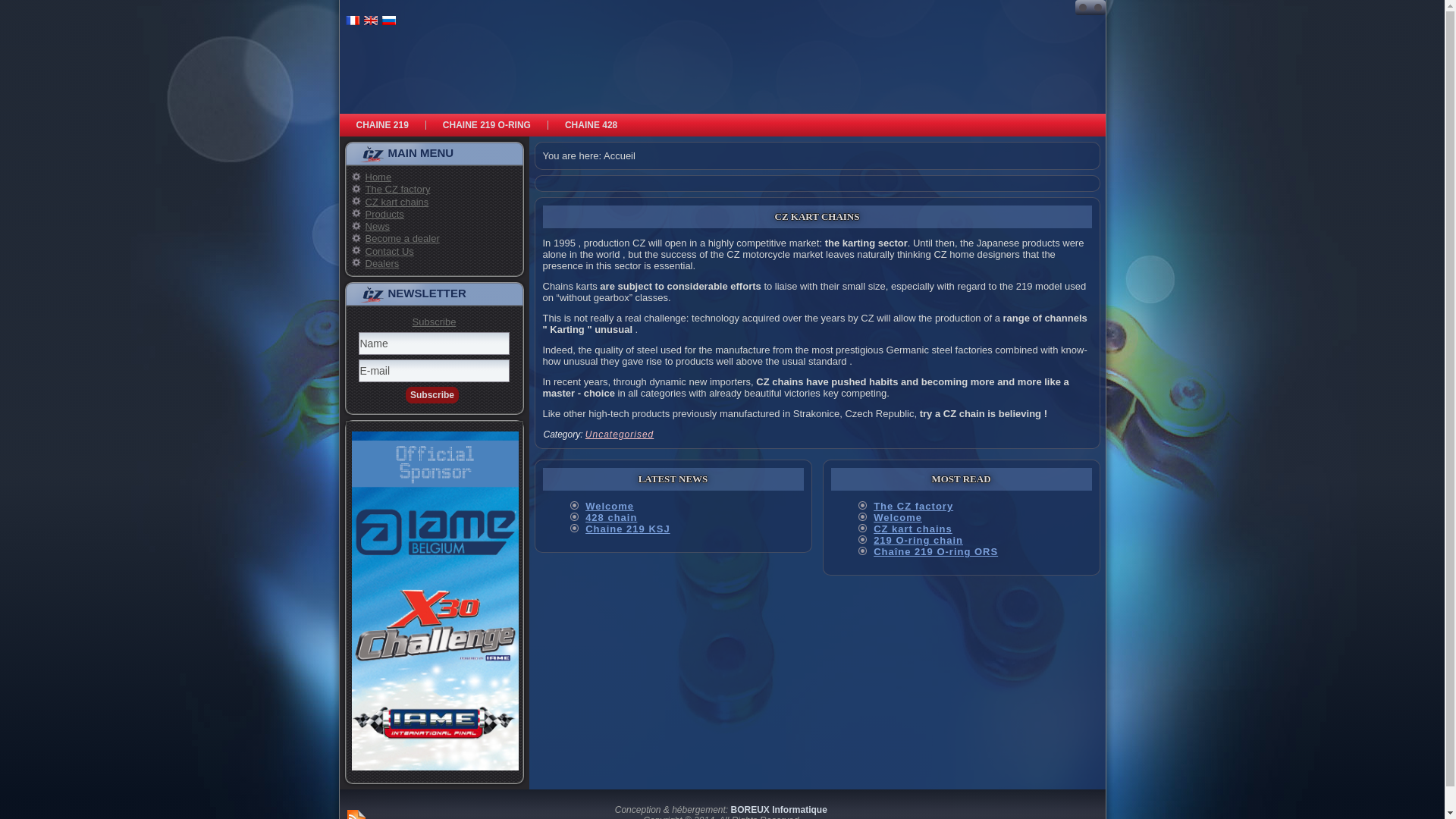 This screenshot has height=819, width=1456. I want to click on 'Products', so click(384, 214).